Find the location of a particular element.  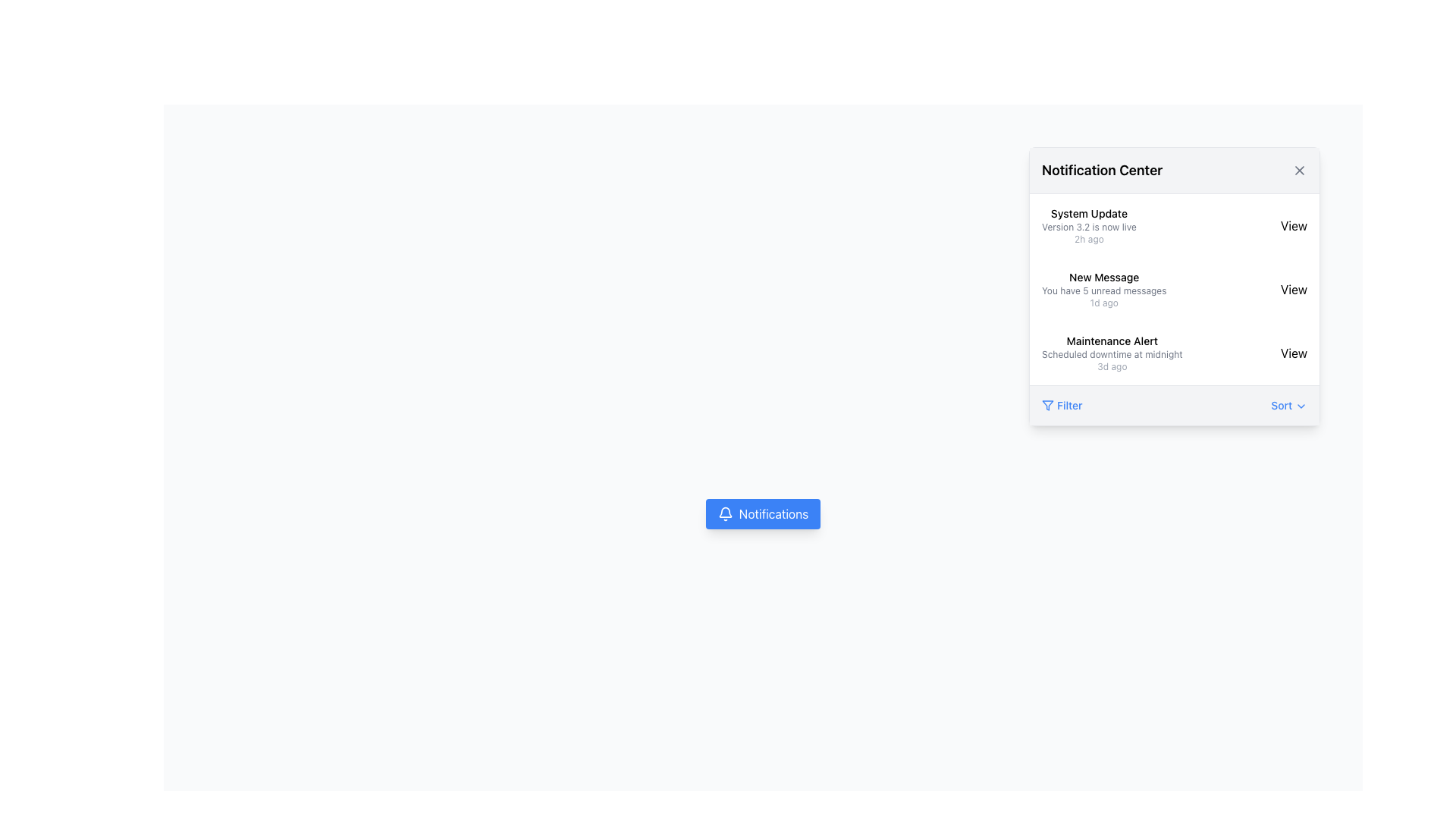

notification details from the alert text element titled 'Maintenance Alert', which is the first part of a notification card in the 'Notification Center' popup is located at coordinates (1112, 353).